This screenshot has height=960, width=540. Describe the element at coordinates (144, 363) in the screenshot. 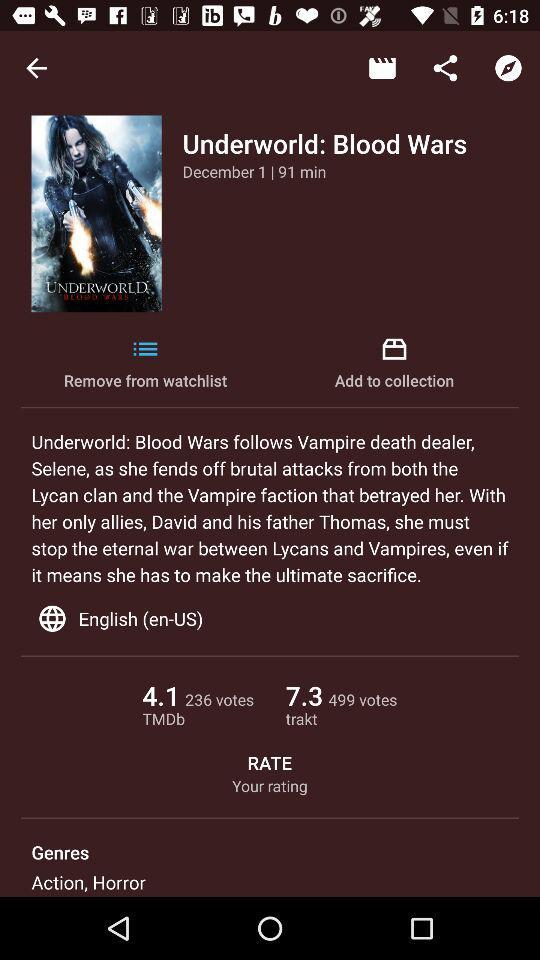

I see `icon next to add to collection icon` at that location.